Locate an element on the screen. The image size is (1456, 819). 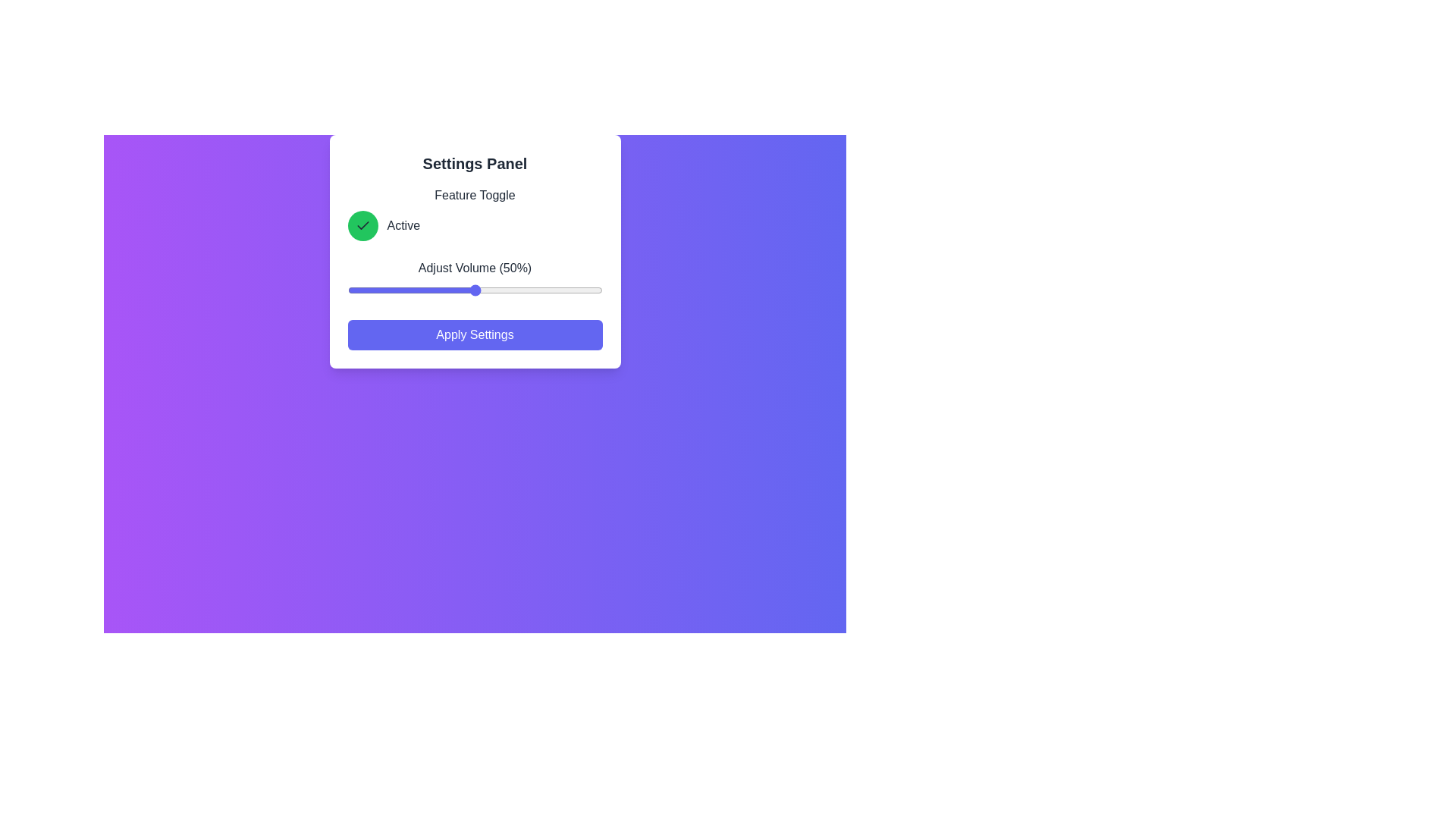
volume is located at coordinates (568, 290).